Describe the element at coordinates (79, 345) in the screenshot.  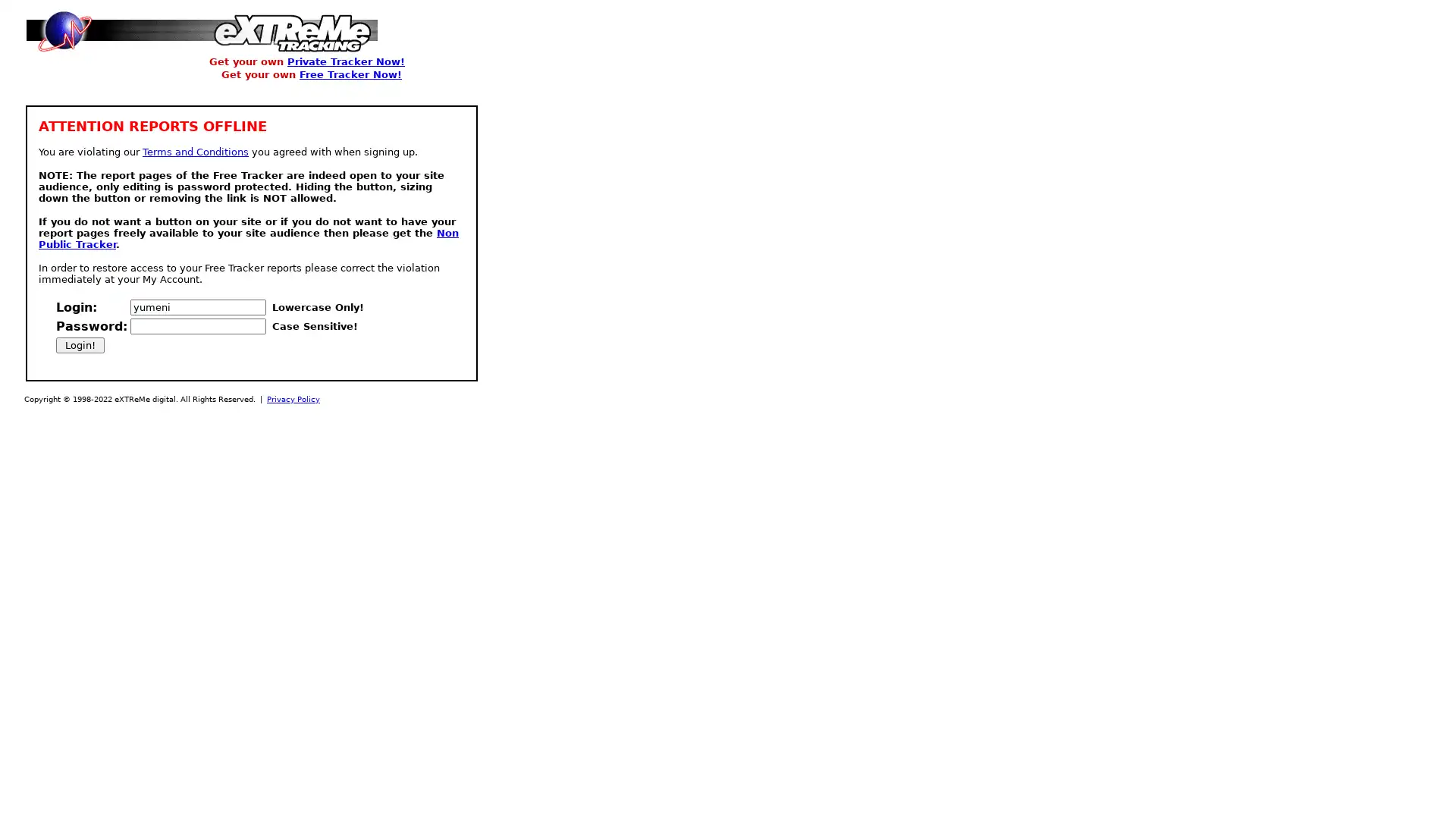
I see `Login!` at that location.